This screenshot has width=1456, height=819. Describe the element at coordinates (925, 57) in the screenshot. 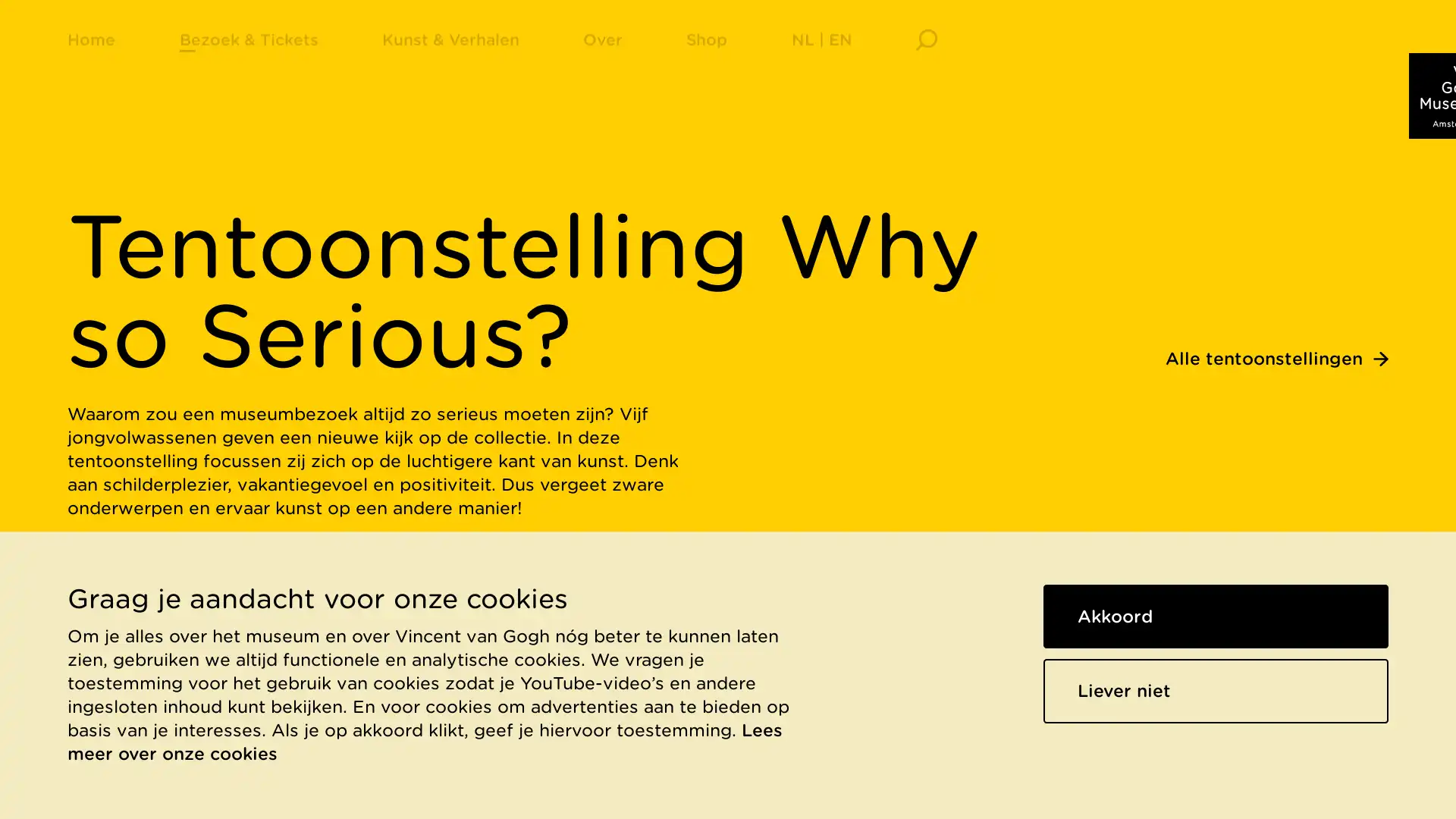

I see `Zoeken` at that location.